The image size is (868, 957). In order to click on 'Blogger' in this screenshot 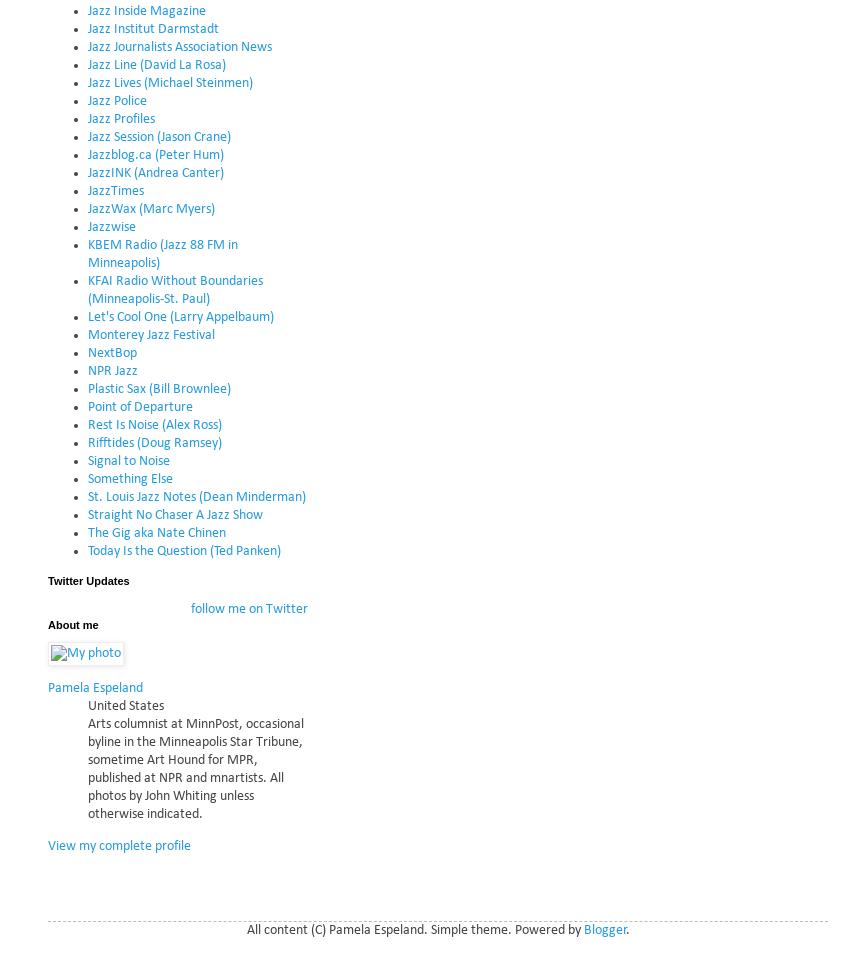, I will do `click(604, 929)`.